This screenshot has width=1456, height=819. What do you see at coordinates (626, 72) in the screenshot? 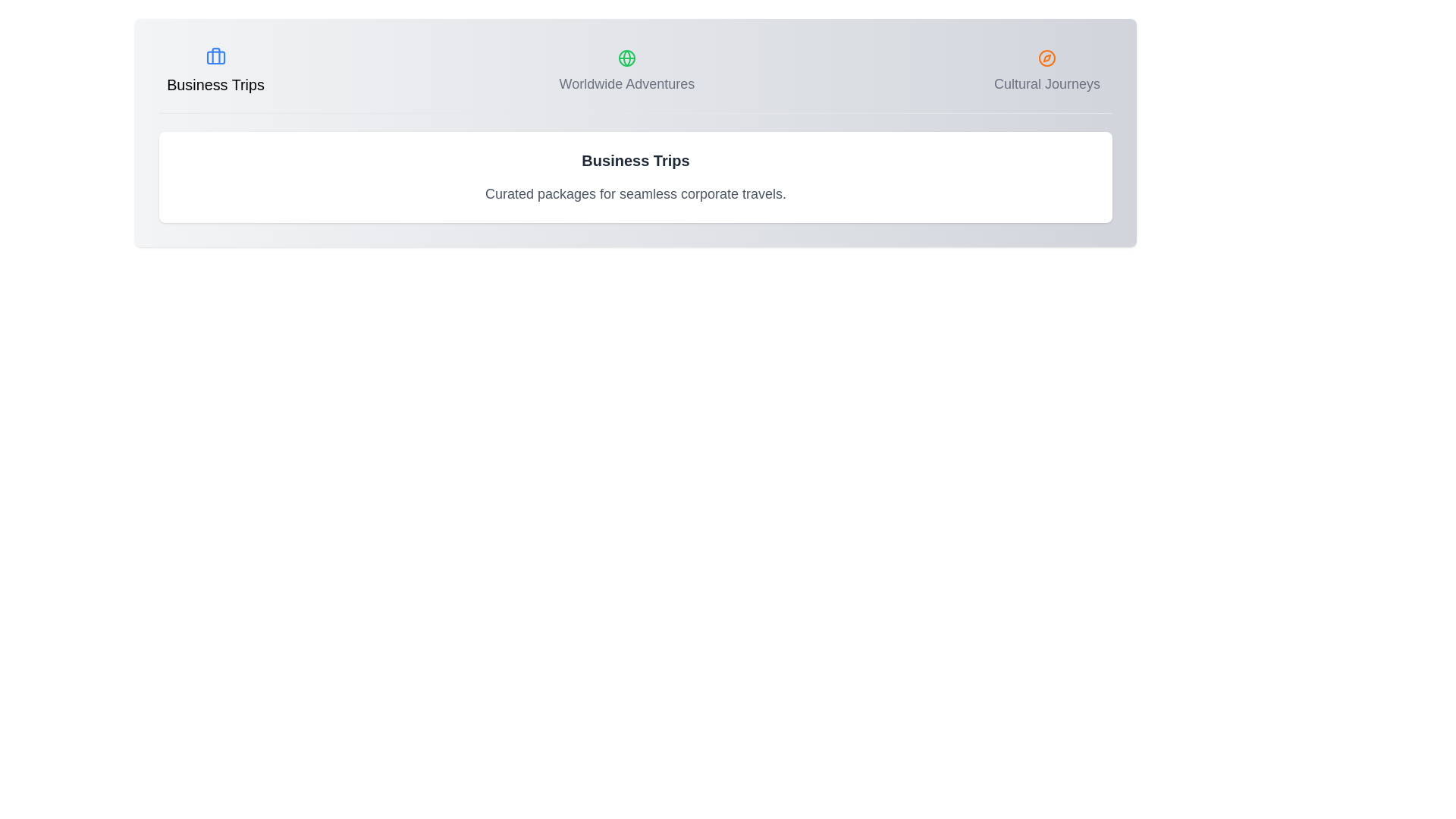
I see `the tab labeled 'Worldwide Adventures' to observe visual feedback` at bounding box center [626, 72].